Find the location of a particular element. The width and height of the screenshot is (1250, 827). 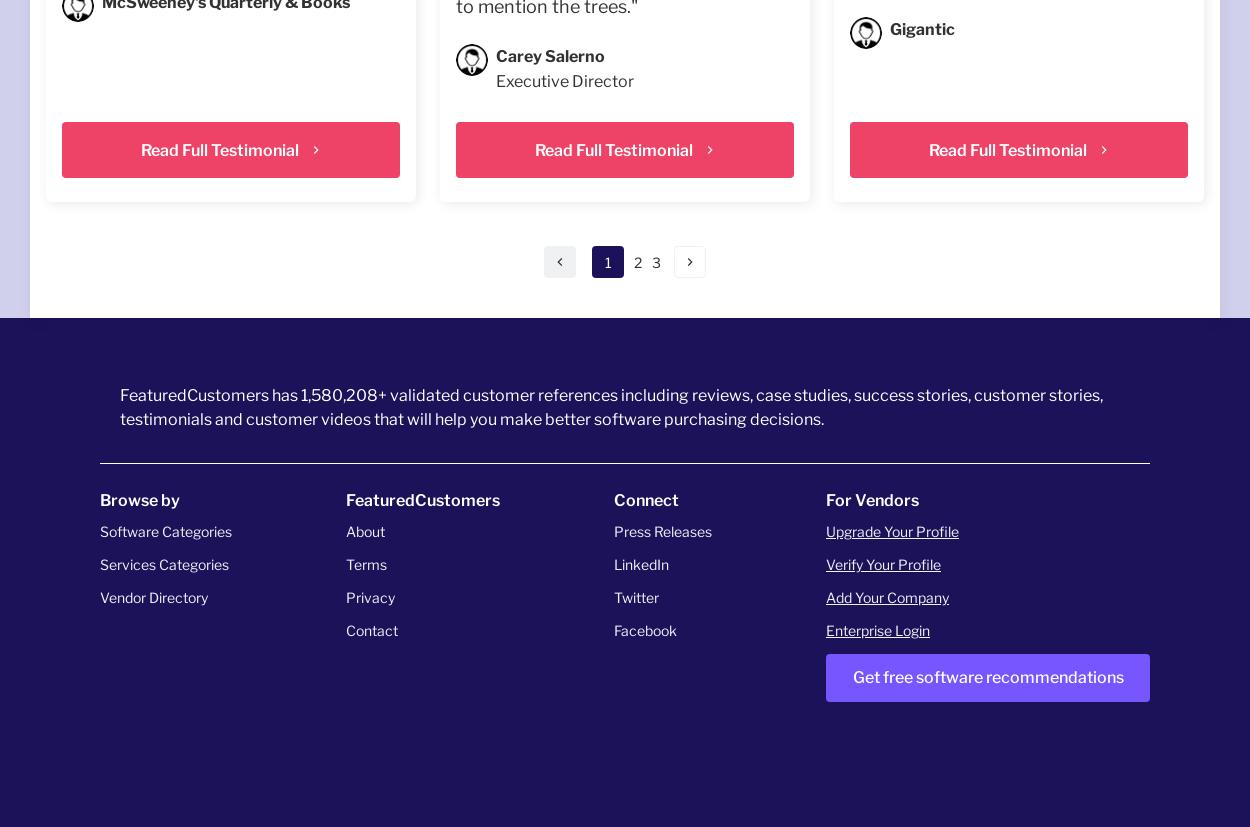

'Vendor Directory' is located at coordinates (154, 597).